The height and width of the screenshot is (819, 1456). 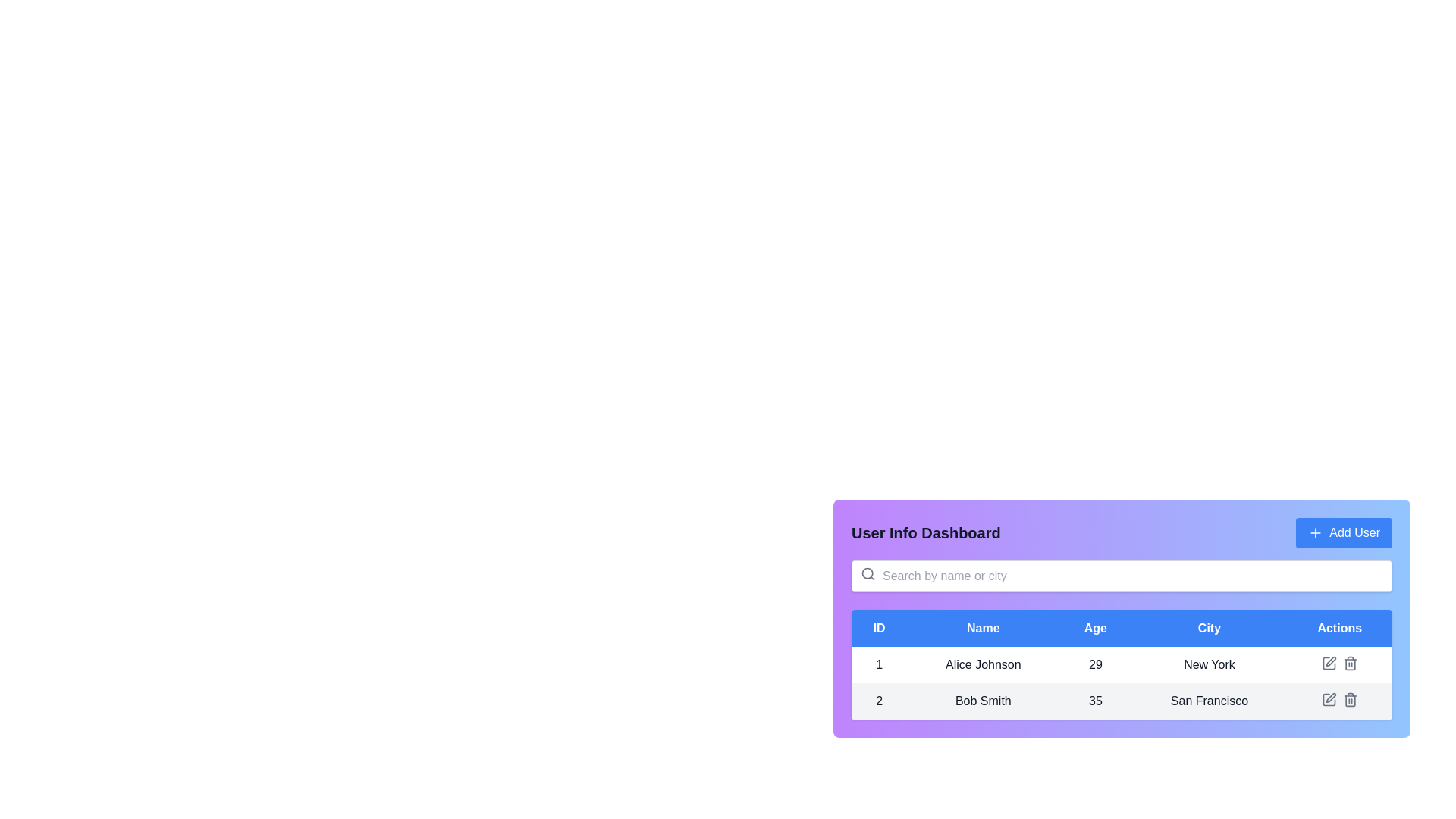 I want to click on the trash icon button located on the right-most side of the action buttons in the 'Actions' column for the row corresponding to the user 'Bob Smith' in the 'User Info Dashboard' to initiate a delete action, so click(x=1350, y=699).